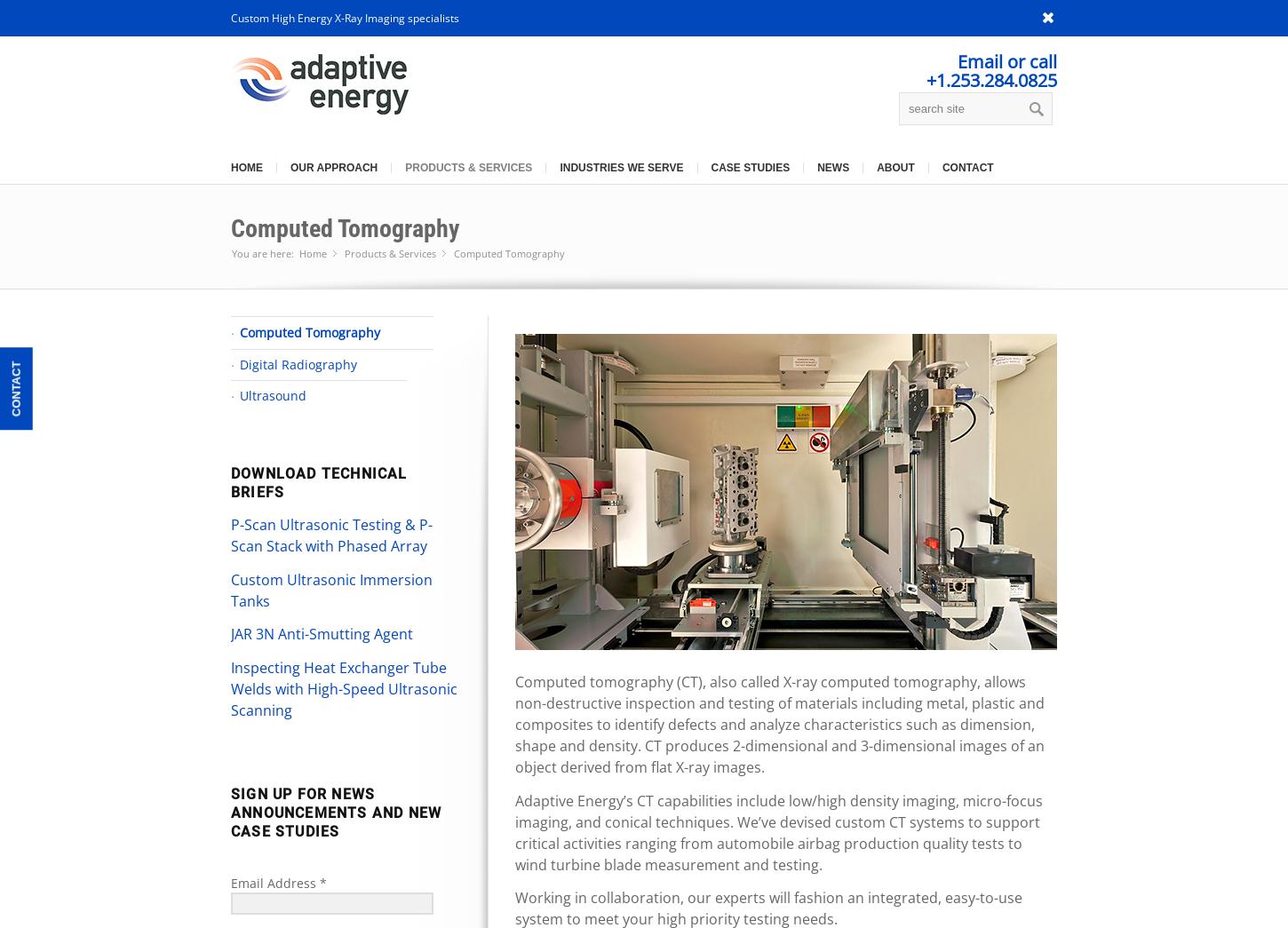 The image size is (1288, 928). What do you see at coordinates (343, 687) in the screenshot?
I see `'Inspecting Heat Exchanger Tube Welds with High-Speed Ultrasonic Scanning'` at bounding box center [343, 687].